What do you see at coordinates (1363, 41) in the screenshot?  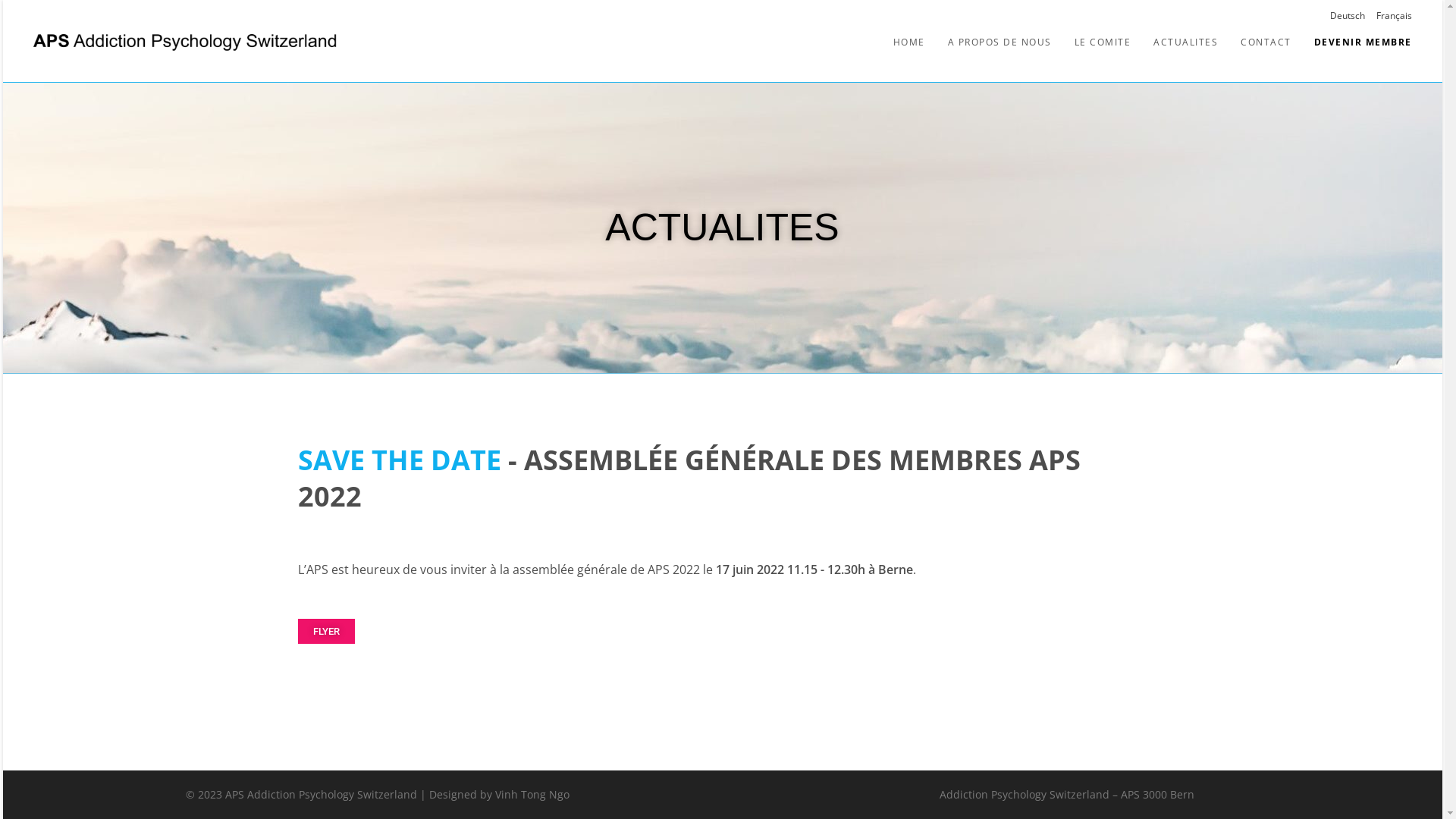 I see `'DEVENIR MEMBRE'` at bounding box center [1363, 41].